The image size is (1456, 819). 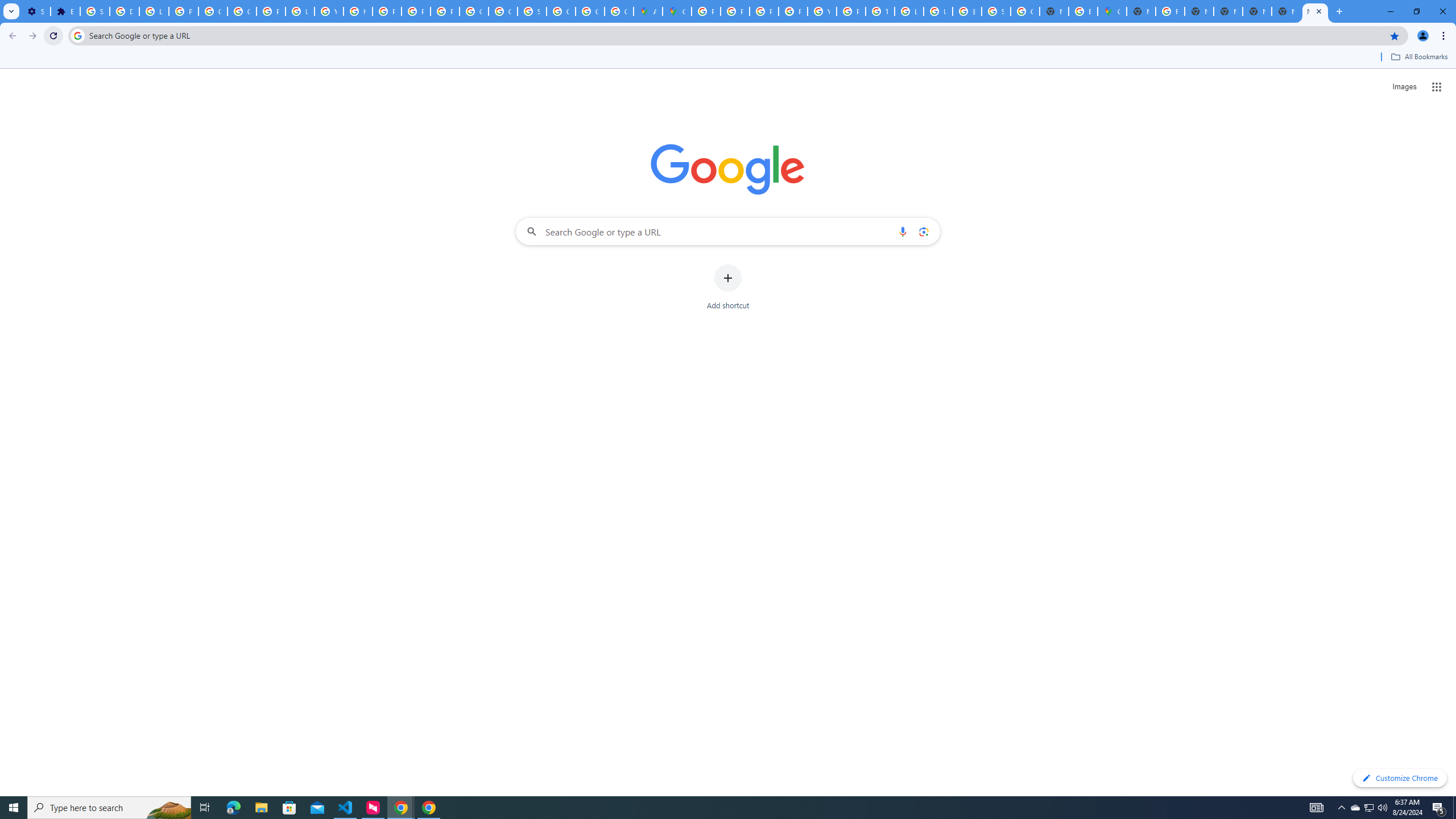 I want to click on 'Learn how to find your photos - Google Photos Help', so click(x=154, y=11).